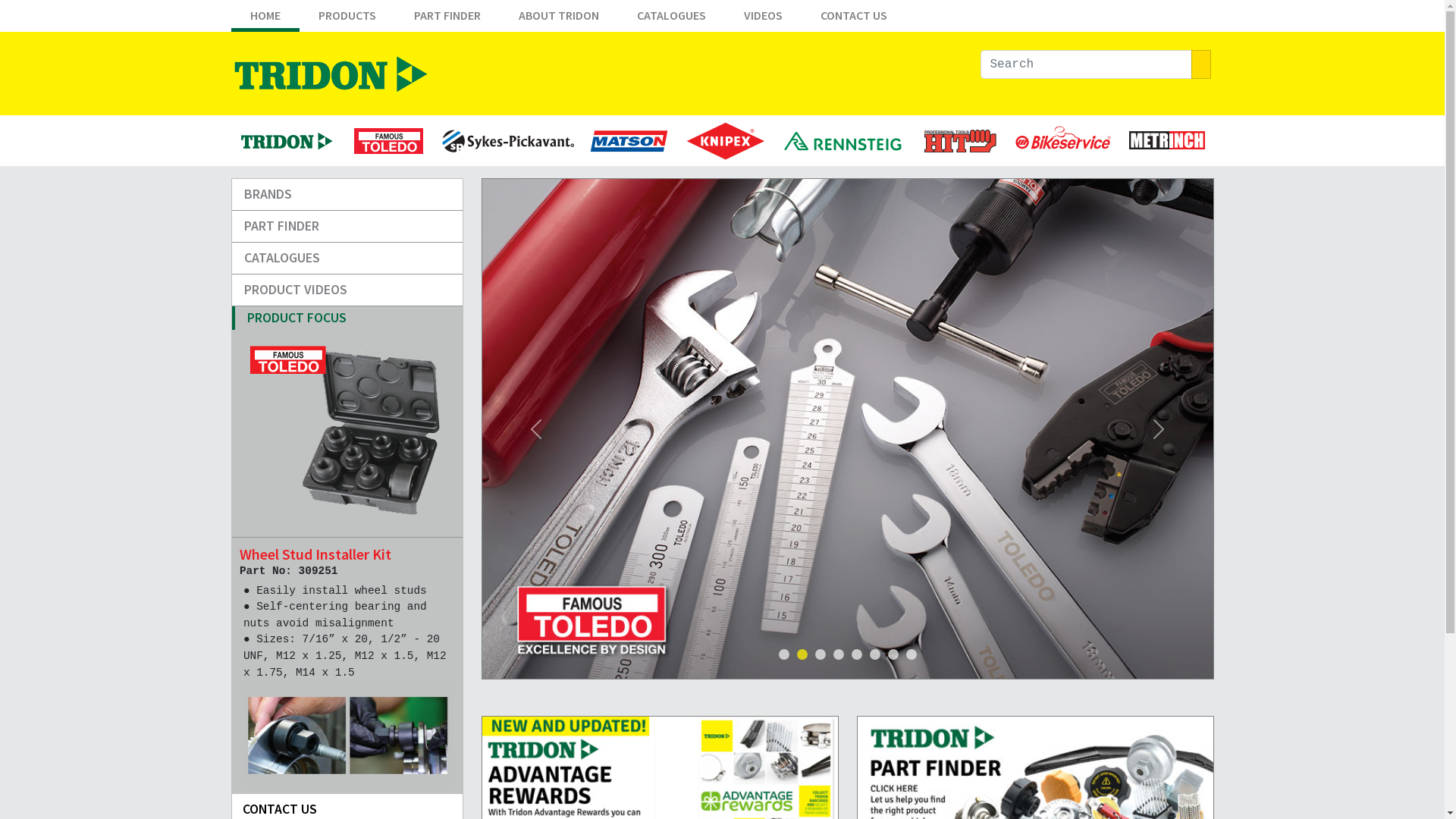 The height and width of the screenshot is (819, 1456). Describe the element at coordinates (479, 428) in the screenshot. I see `'Previous'` at that location.